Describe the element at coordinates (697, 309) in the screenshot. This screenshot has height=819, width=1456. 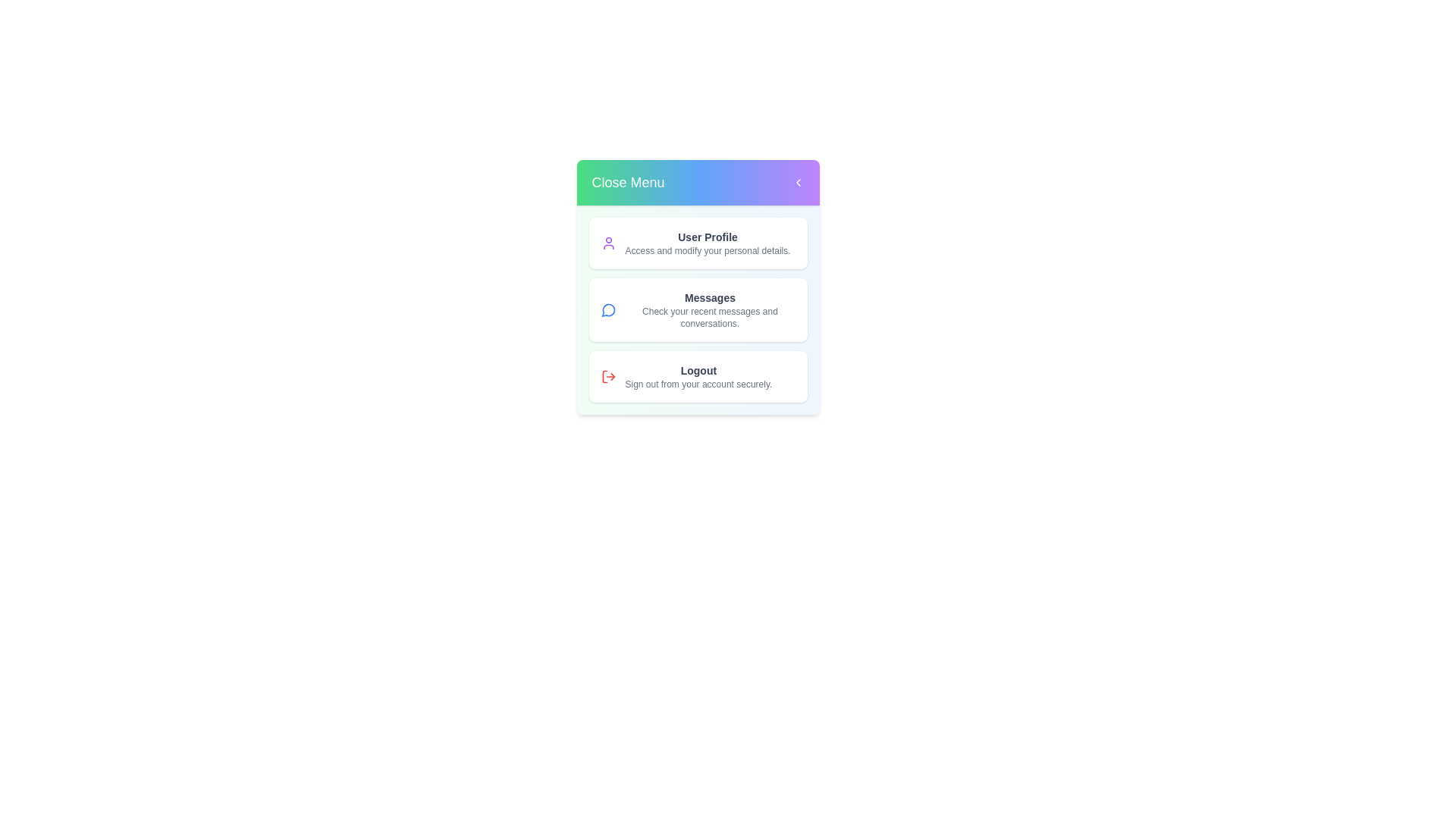
I see `the menu item labeled 'Messages' to read its details` at that location.